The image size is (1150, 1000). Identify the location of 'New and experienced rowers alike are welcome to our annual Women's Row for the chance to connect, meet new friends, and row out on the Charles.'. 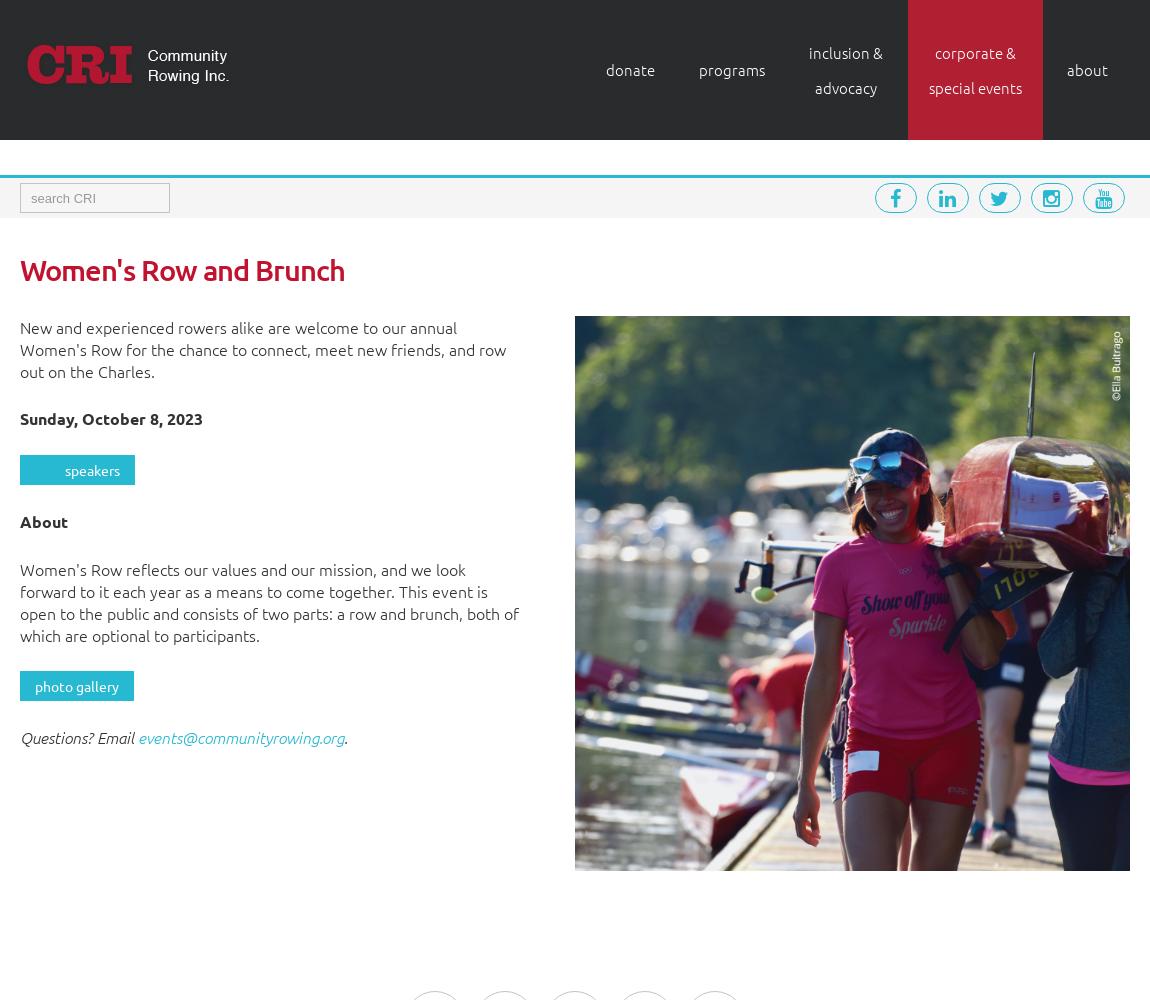
(262, 348).